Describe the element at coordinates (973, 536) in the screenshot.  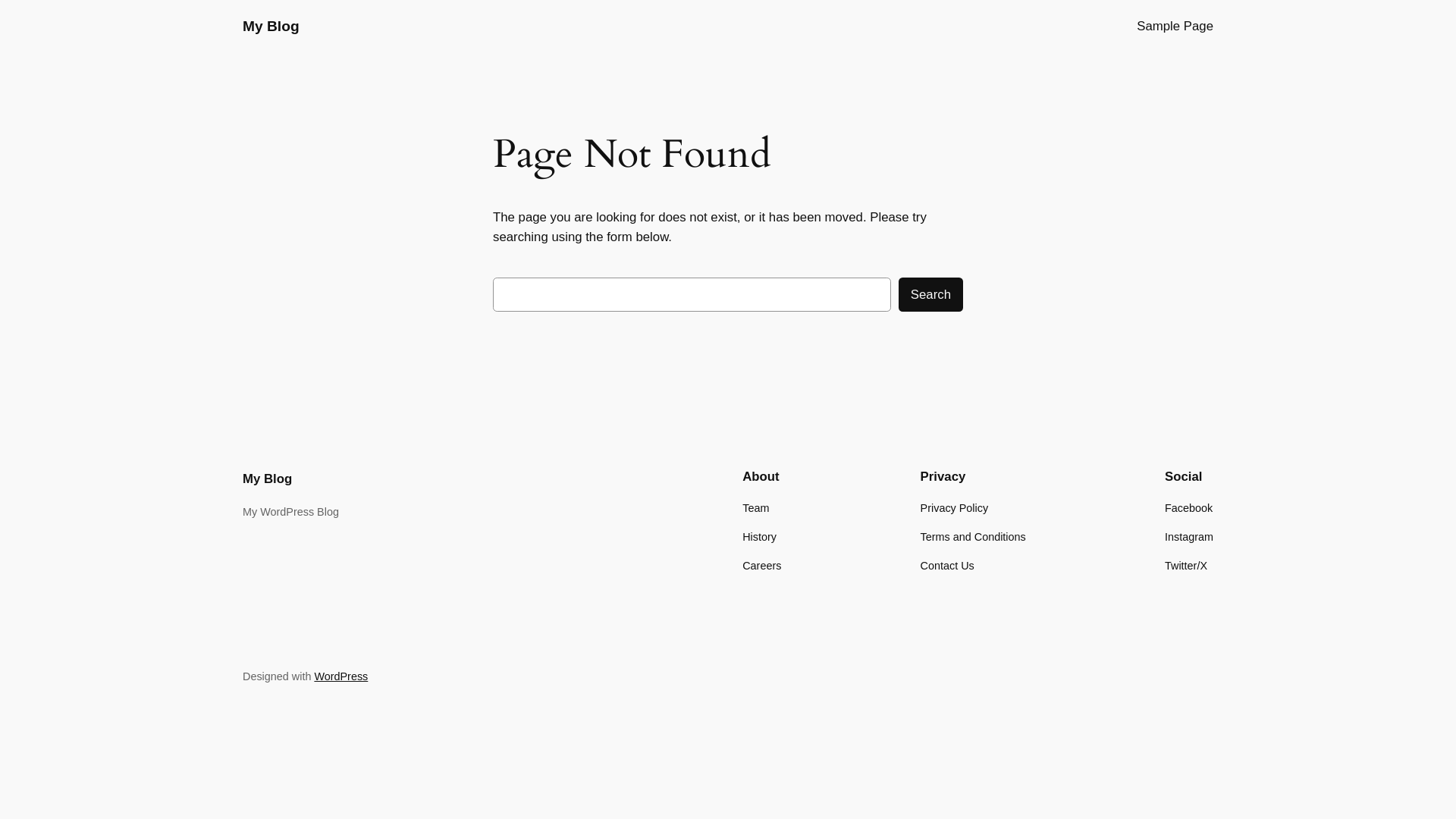
I see `'Terms and Conditions'` at that location.